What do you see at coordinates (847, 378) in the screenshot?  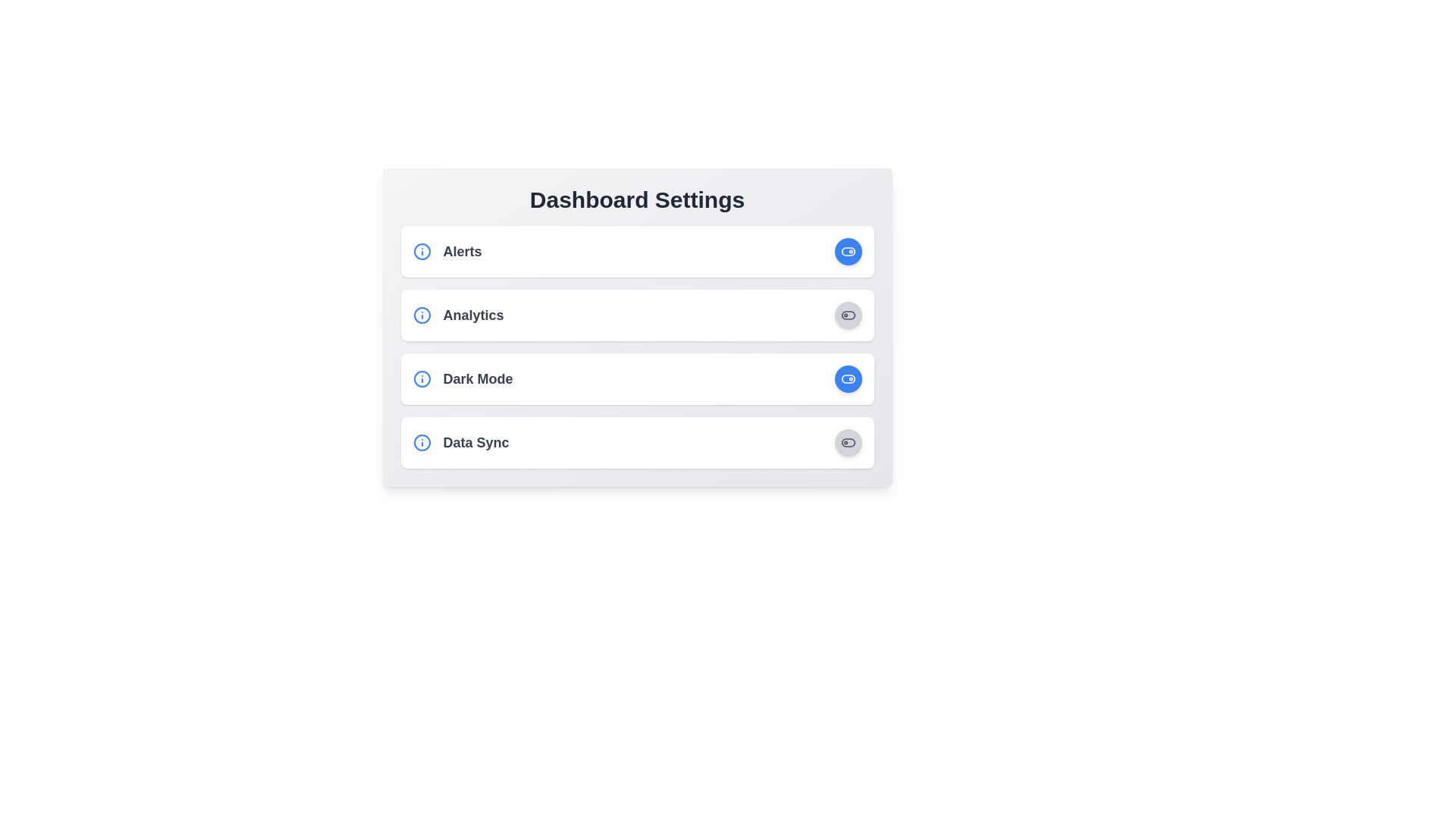 I see `toggle button for Dark Mode to toggle its state` at bounding box center [847, 378].